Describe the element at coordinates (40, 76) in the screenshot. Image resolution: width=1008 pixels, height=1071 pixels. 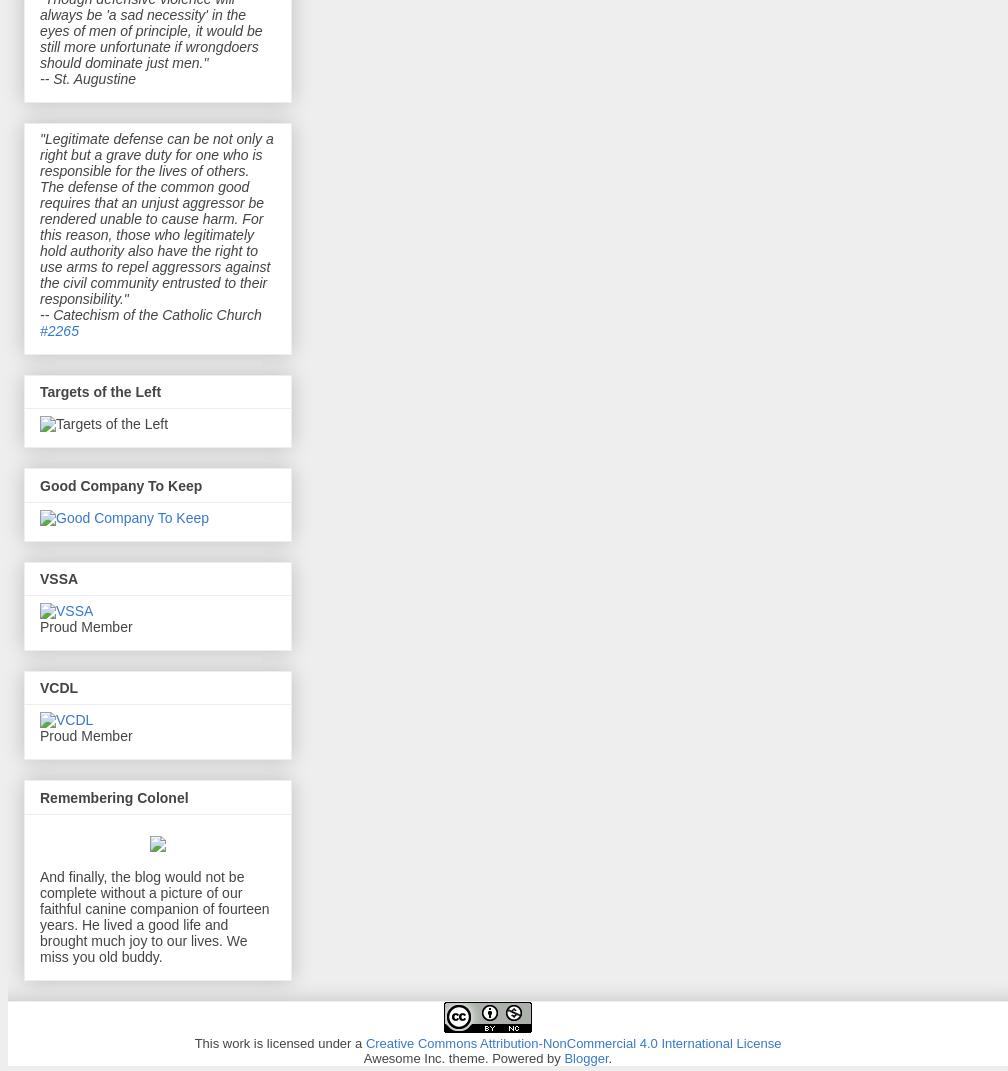
I see `'-- St. Augustine'` at that location.